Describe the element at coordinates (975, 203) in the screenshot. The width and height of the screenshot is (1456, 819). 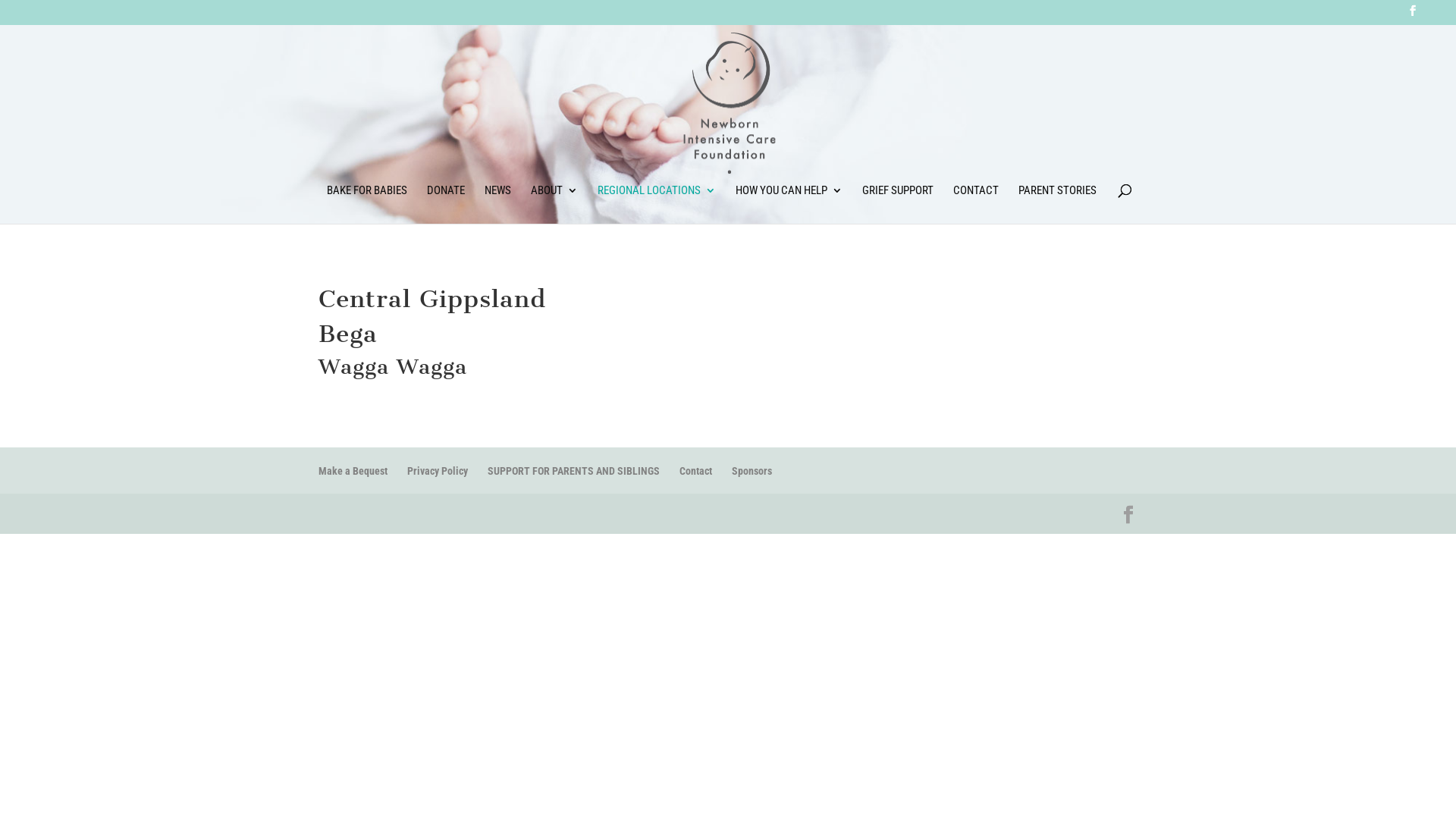
I see `'CONTACT'` at that location.